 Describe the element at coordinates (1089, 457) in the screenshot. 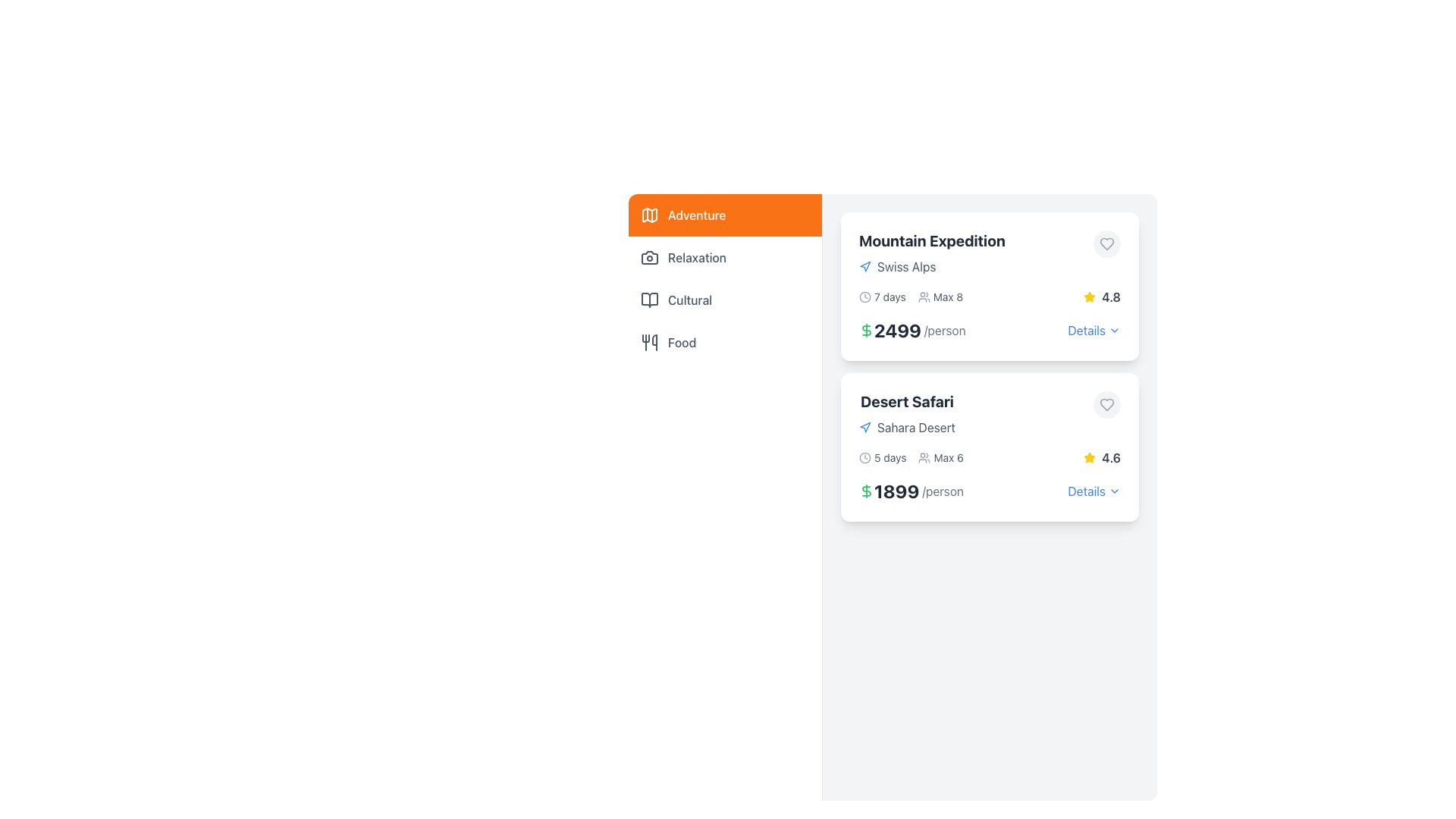

I see `the star-shaped yellow icon indicating a rating or favorite feature, located to the left of the numeric value '4.6' for the 'Desert Safari' package in the bottom card of the two-column list` at that location.